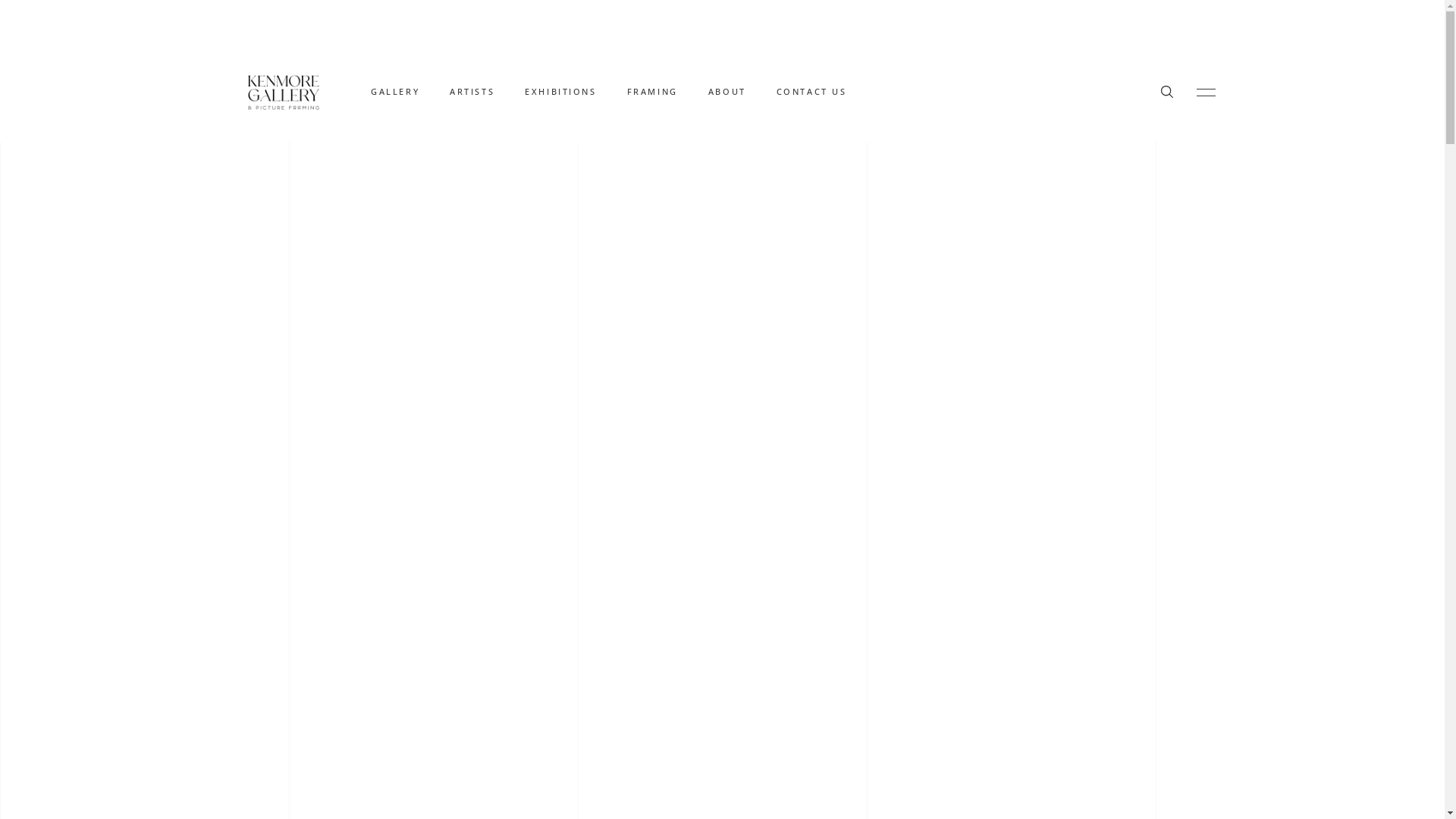 The height and width of the screenshot is (819, 1456). Describe the element at coordinates (560, 91) in the screenshot. I see `'EXHIBITIONS'` at that location.